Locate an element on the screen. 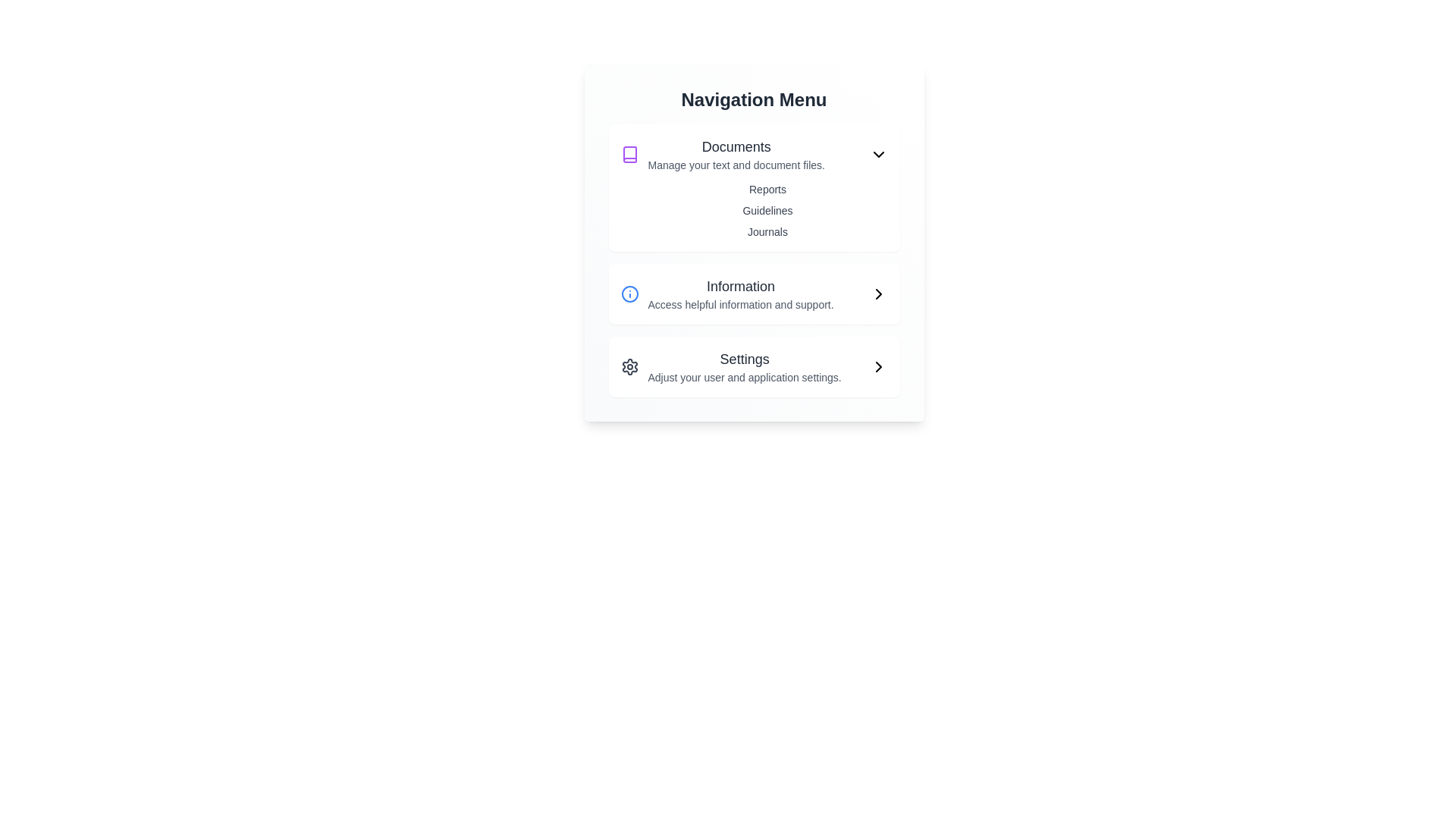 The image size is (1456, 819). the 'Settings' text element, which is displayed in bold, medium-sized dark gray font, located near the center of a card-like section titled 'Settings Adjust your user and application settings.' is located at coordinates (745, 359).